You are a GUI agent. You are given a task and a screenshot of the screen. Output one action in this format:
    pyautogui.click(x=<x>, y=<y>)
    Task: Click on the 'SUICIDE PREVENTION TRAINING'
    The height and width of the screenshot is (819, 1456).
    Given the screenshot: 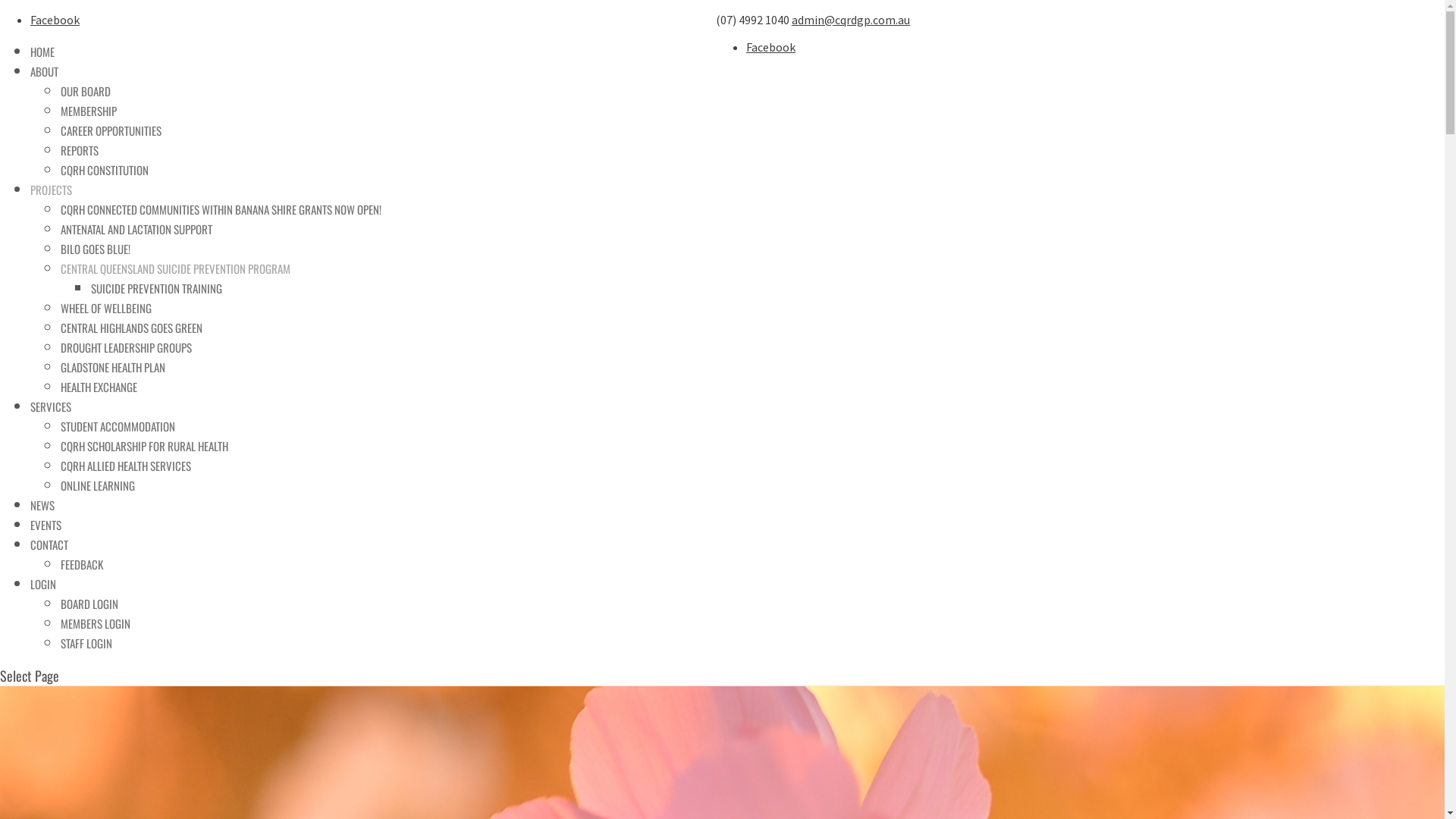 What is the action you would take?
    pyautogui.click(x=156, y=288)
    